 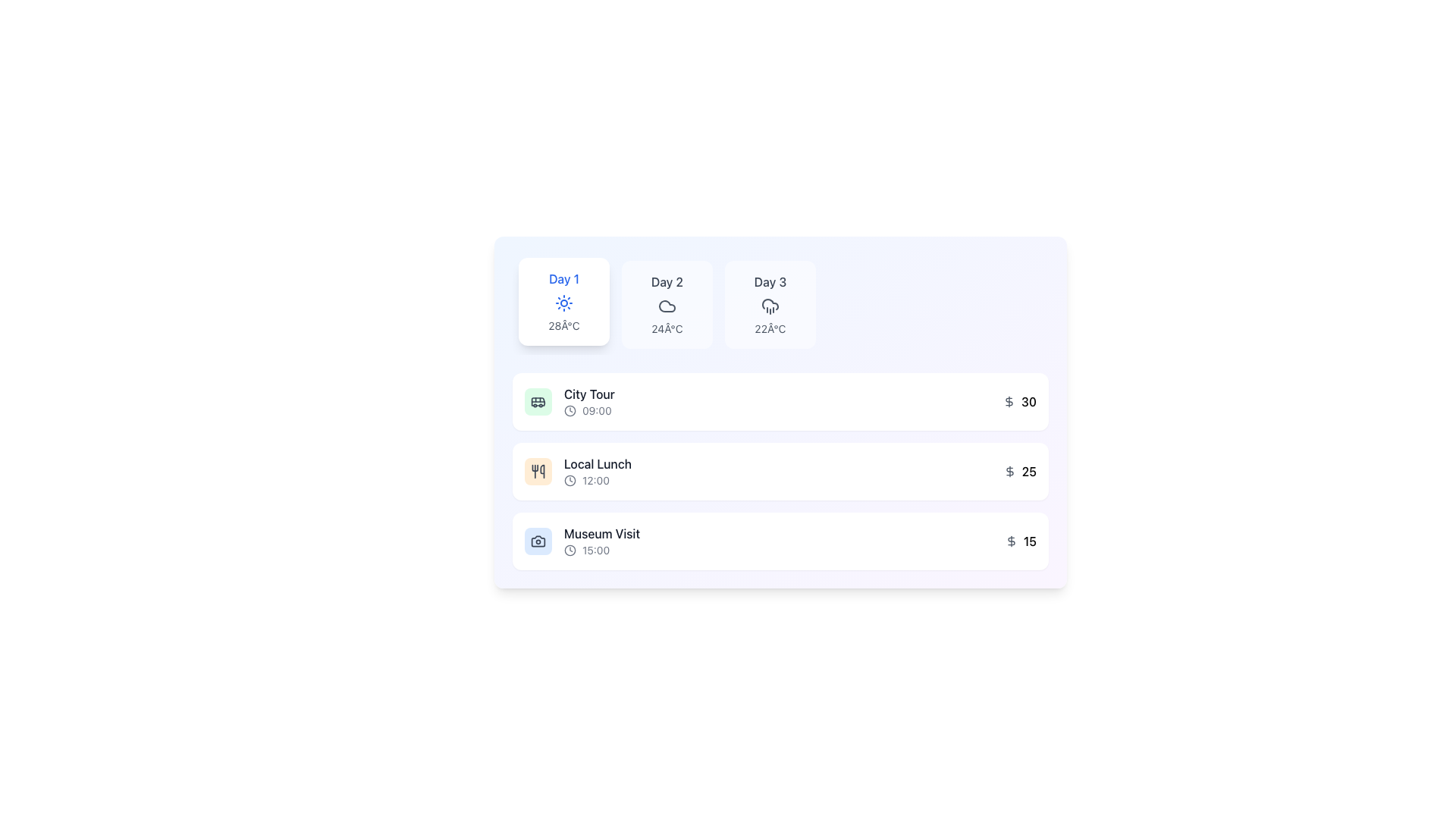 I want to click on the cloud icon with raindrops beneath it, located in the weather section's third day card, so click(x=770, y=306).